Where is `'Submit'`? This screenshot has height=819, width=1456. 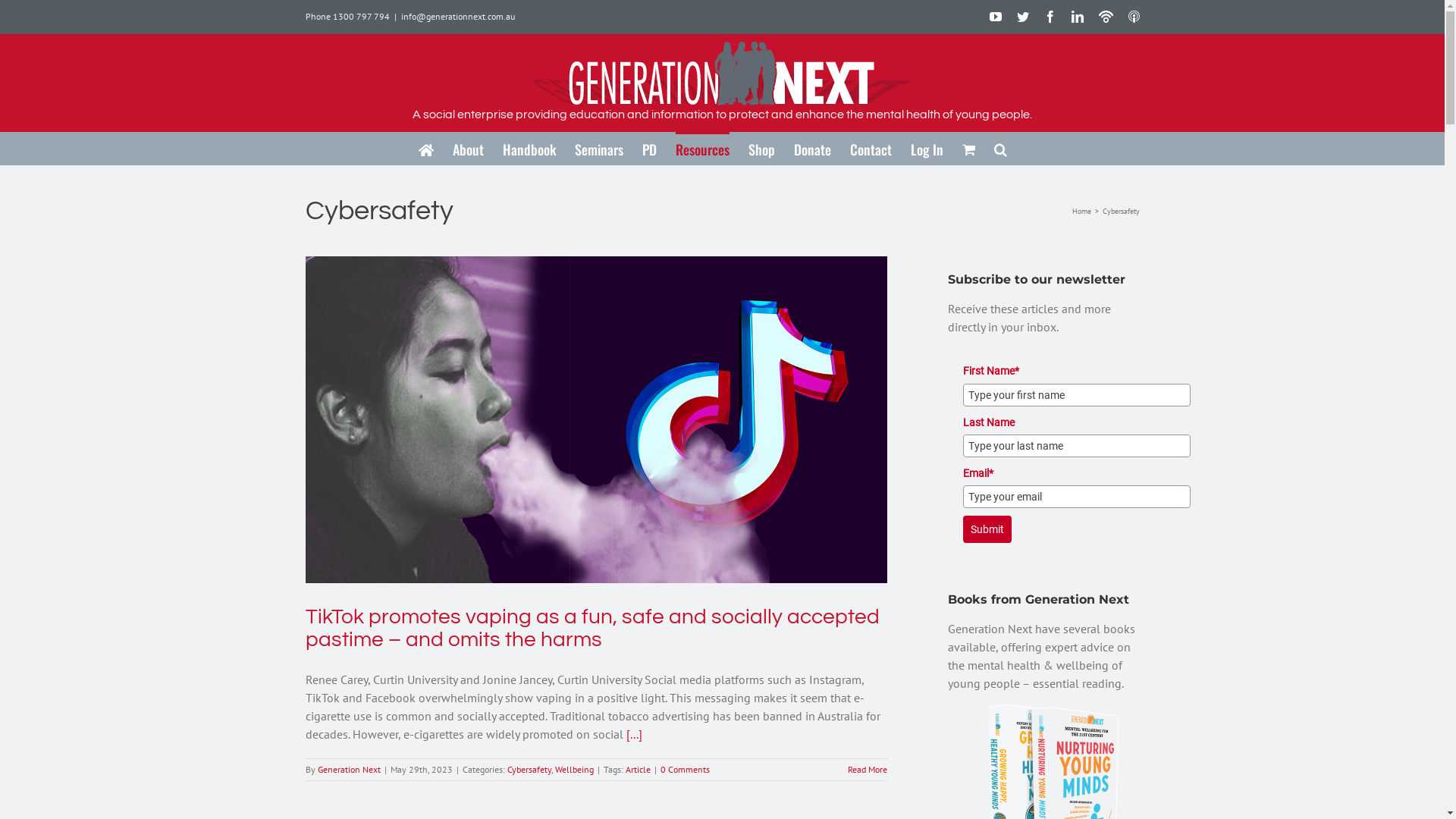
'Submit' is located at coordinates (987, 529).